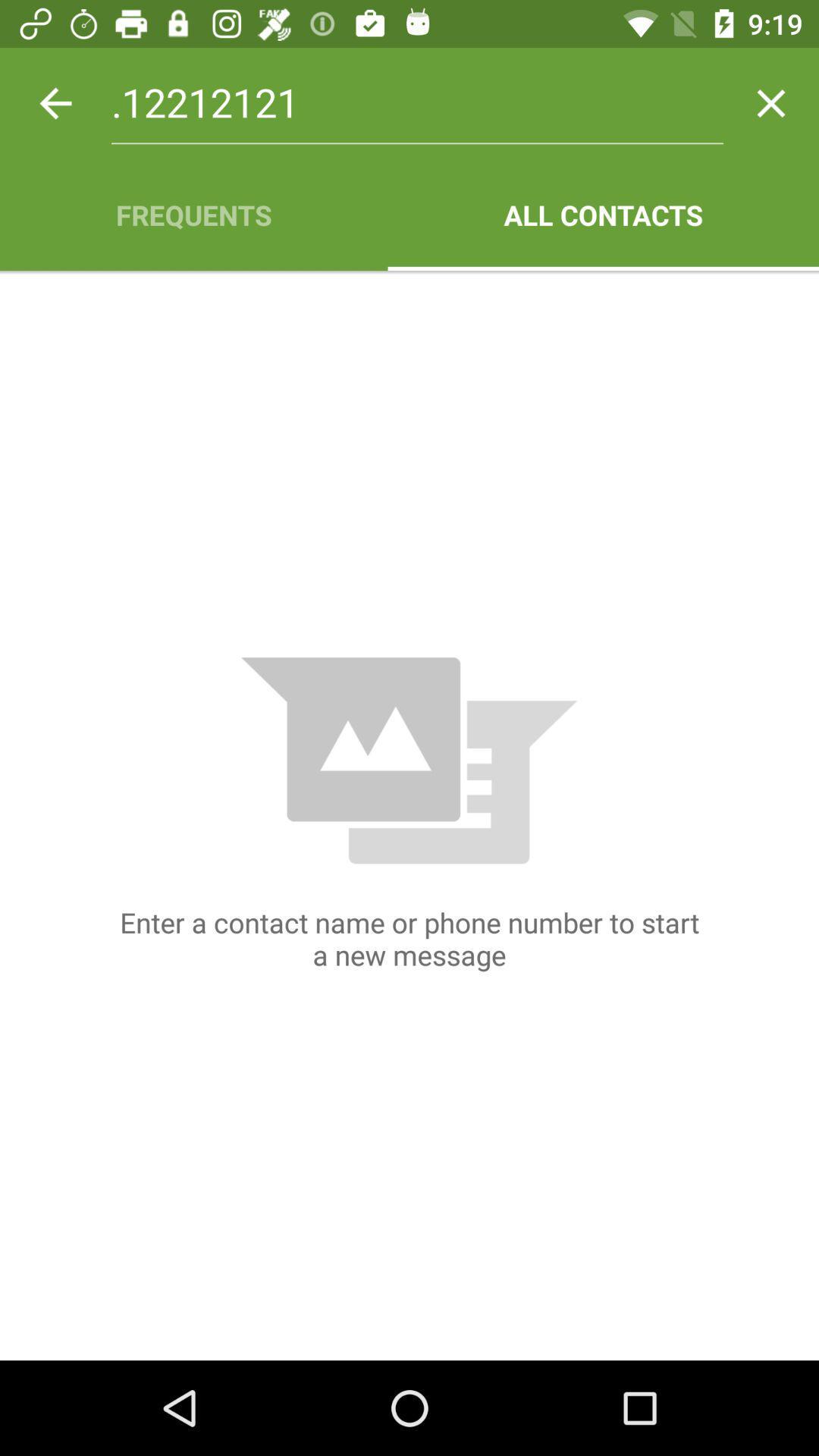  I want to click on the app above the all contacts icon, so click(771, 102).